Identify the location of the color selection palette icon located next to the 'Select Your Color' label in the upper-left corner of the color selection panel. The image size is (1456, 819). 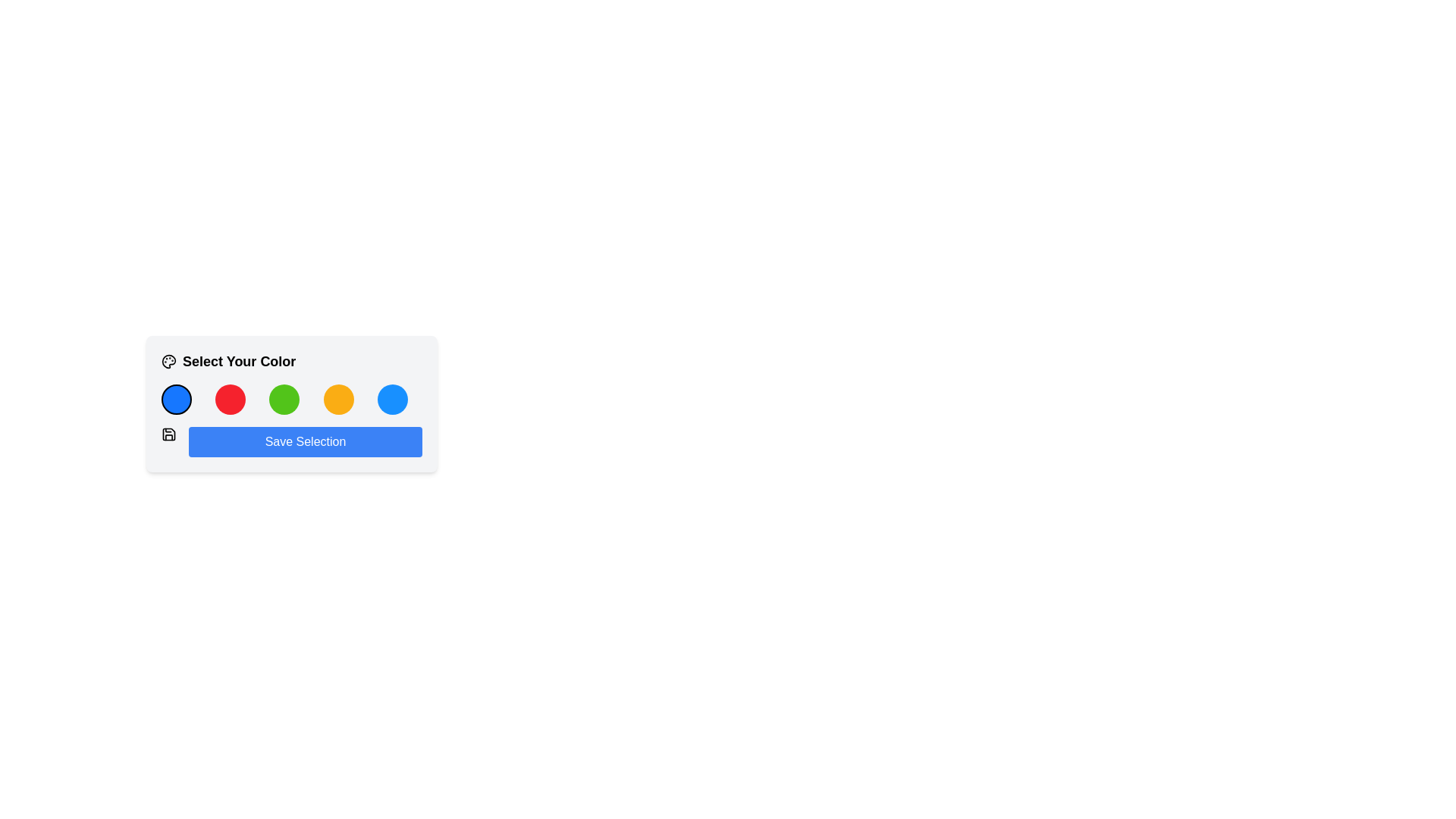
(168, 362).